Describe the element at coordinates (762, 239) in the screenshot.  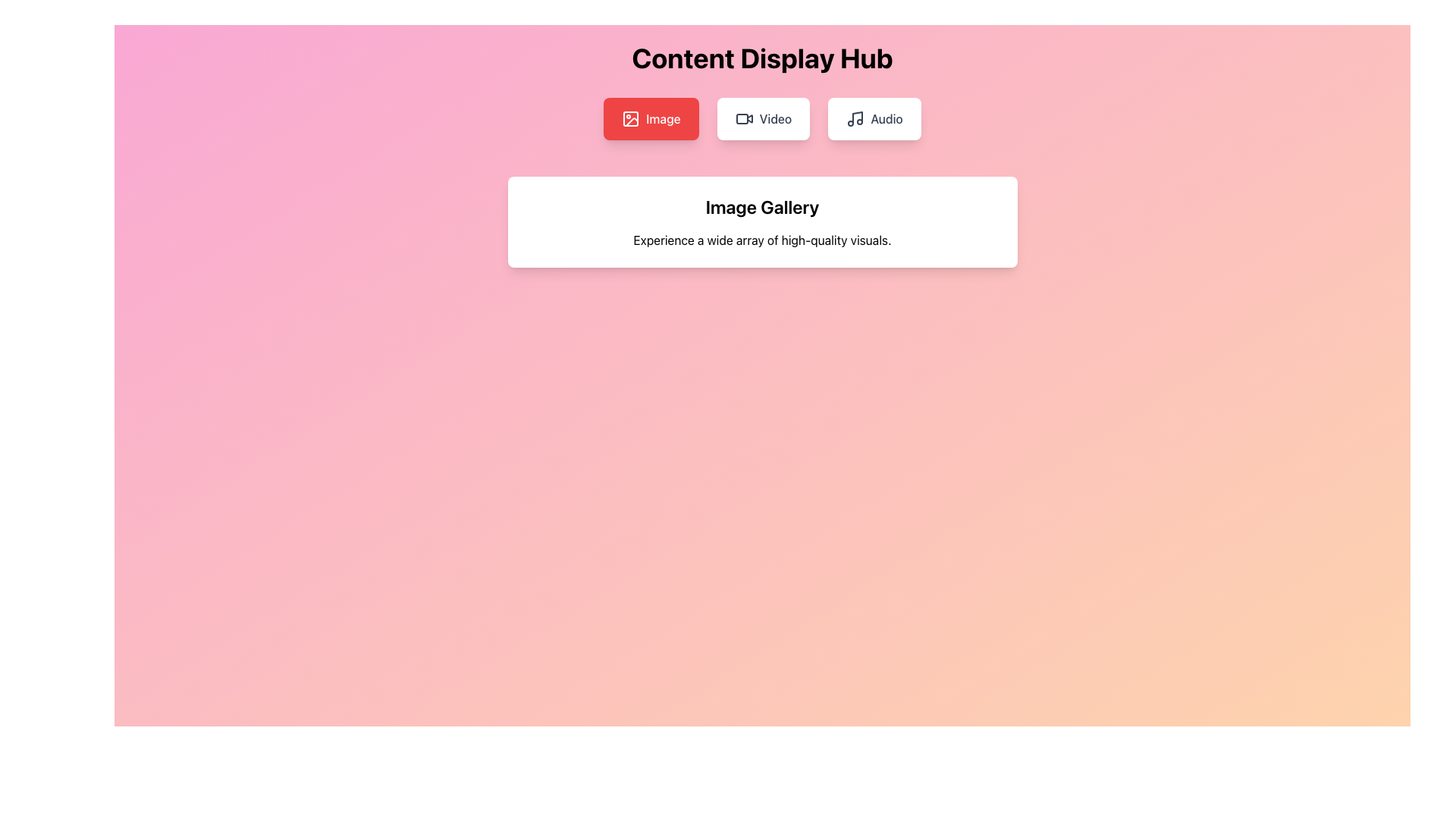
I see `the text element displaying 'Experience a wide array of high-quality visuals.' which is located centrally below the 'Image Gallery' header` at that location.